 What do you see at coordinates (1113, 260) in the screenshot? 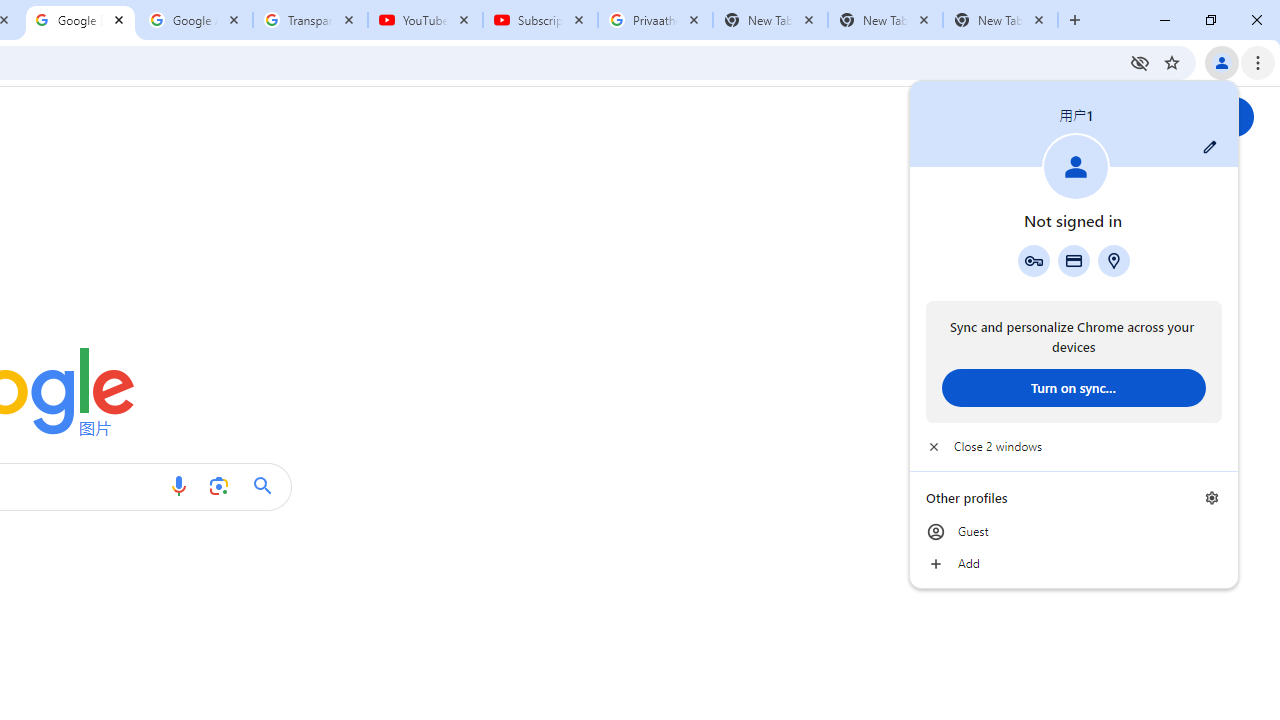
I see `'Addresses and more'` at bounding box center [1113, 260].